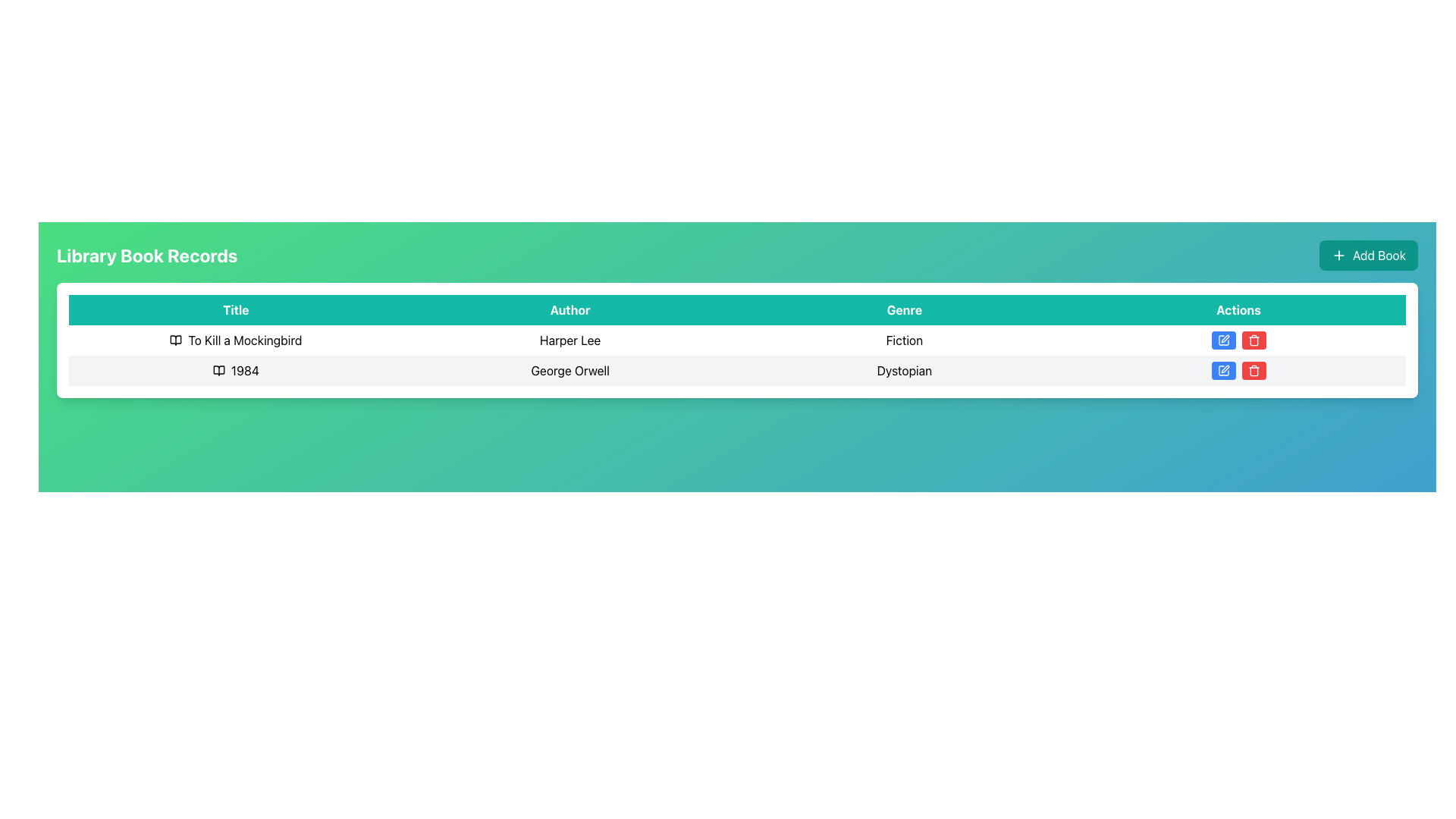 This screenshot has height=819, width=1456. Describe the element at coordinates (218, 371) in the screenshot. I see `the open book icon located to the left of the text '1984' in the 'Title' column` at that location.